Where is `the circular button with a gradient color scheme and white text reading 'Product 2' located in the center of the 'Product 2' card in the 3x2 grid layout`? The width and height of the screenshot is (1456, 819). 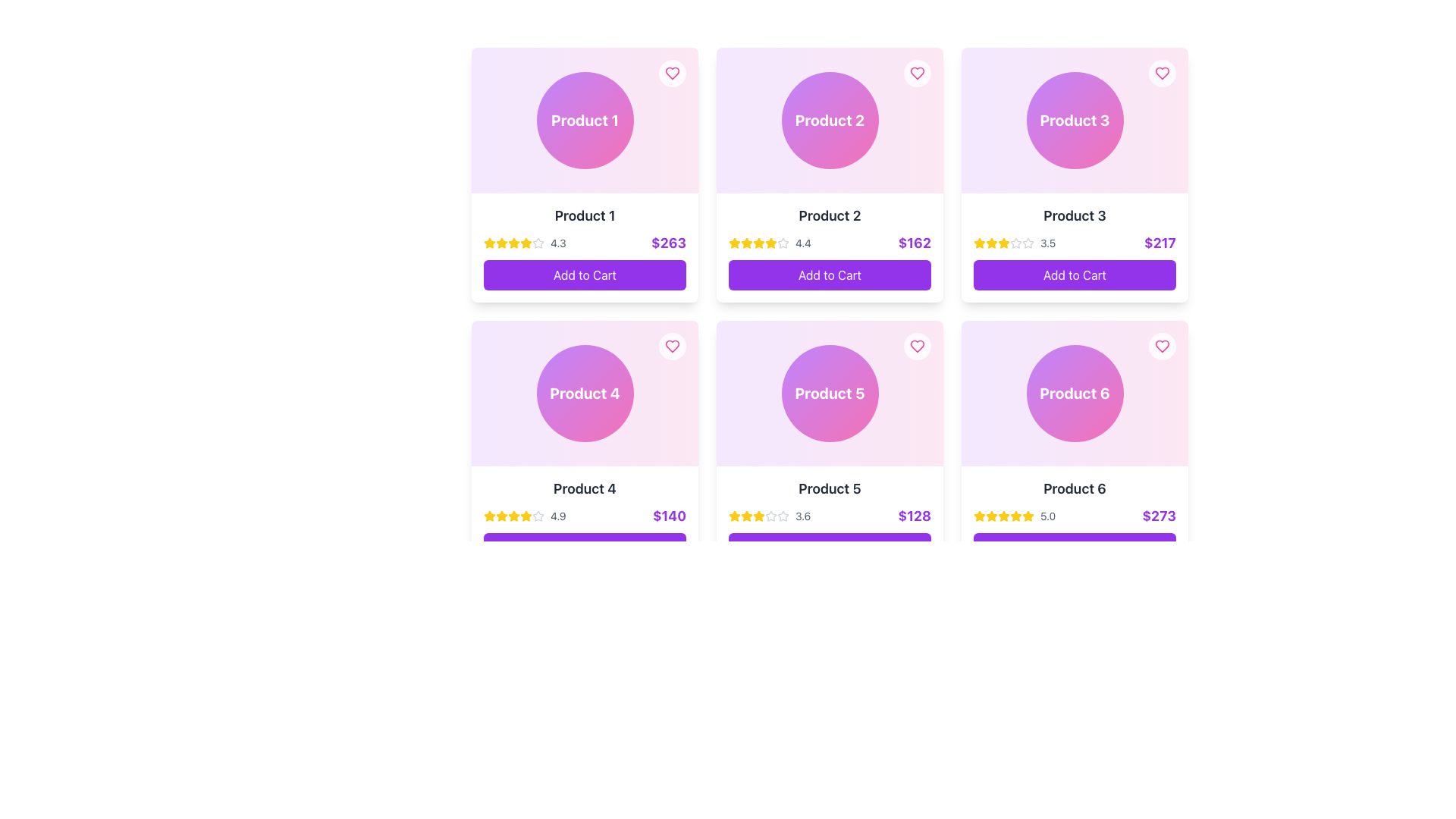
the circular button with a gradient color scheme and white text reading 'Product 2' located in the center of the 'Product 2' card in the 3x2 grid layout is located at coordinates (829, 119).